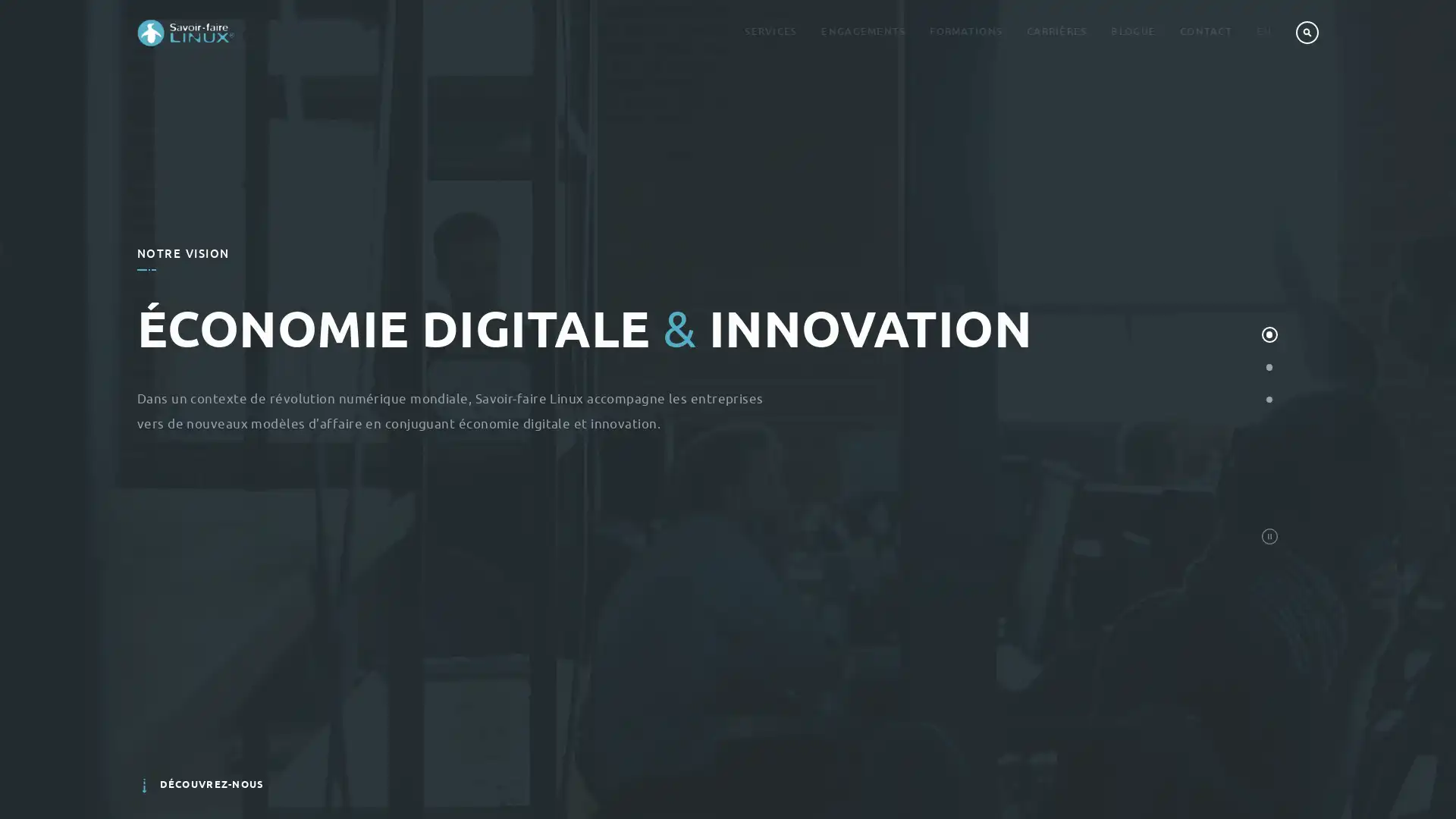 Image resolution: width=1456 pixels, height=819 pixels. I want to click on STOP_START_SLIDESHOW_LABEL, so click(1269, 535).